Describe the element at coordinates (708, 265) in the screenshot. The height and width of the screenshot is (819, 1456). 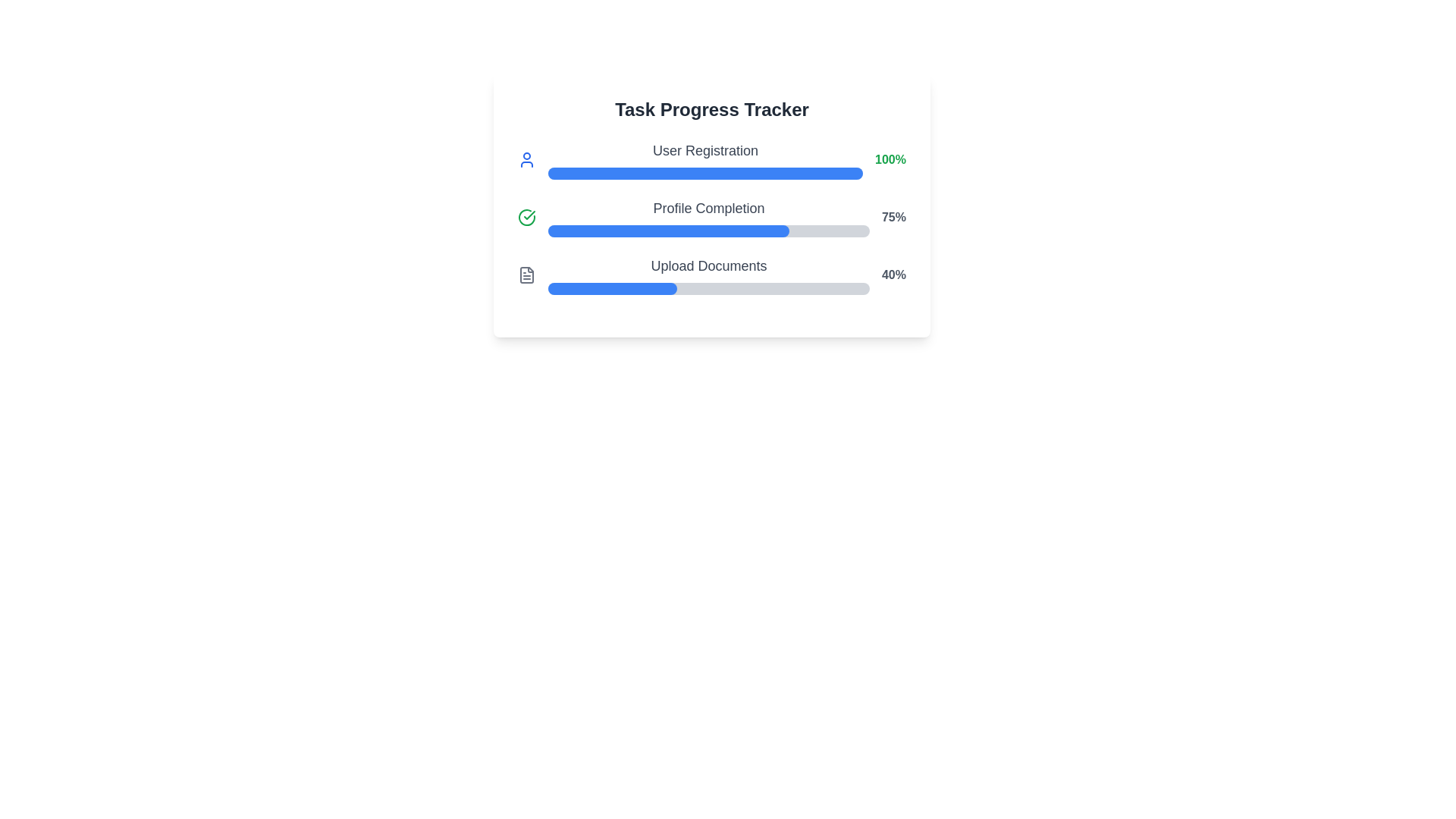
I see `text label that describes the associated progress bar's task or status, positioned as the third label in a vertical sequence below 'Profile Completion'` at that location.